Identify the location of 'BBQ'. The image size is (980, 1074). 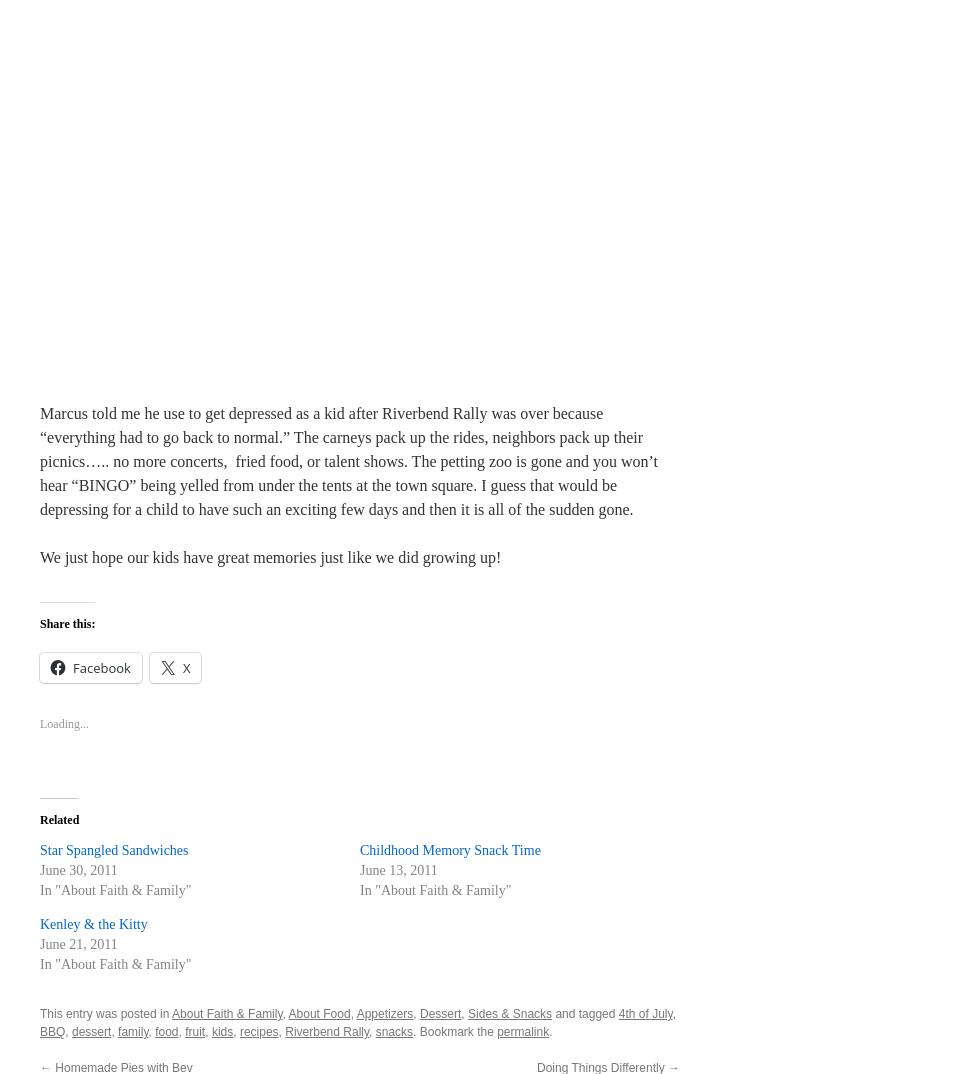
(52, 1032).